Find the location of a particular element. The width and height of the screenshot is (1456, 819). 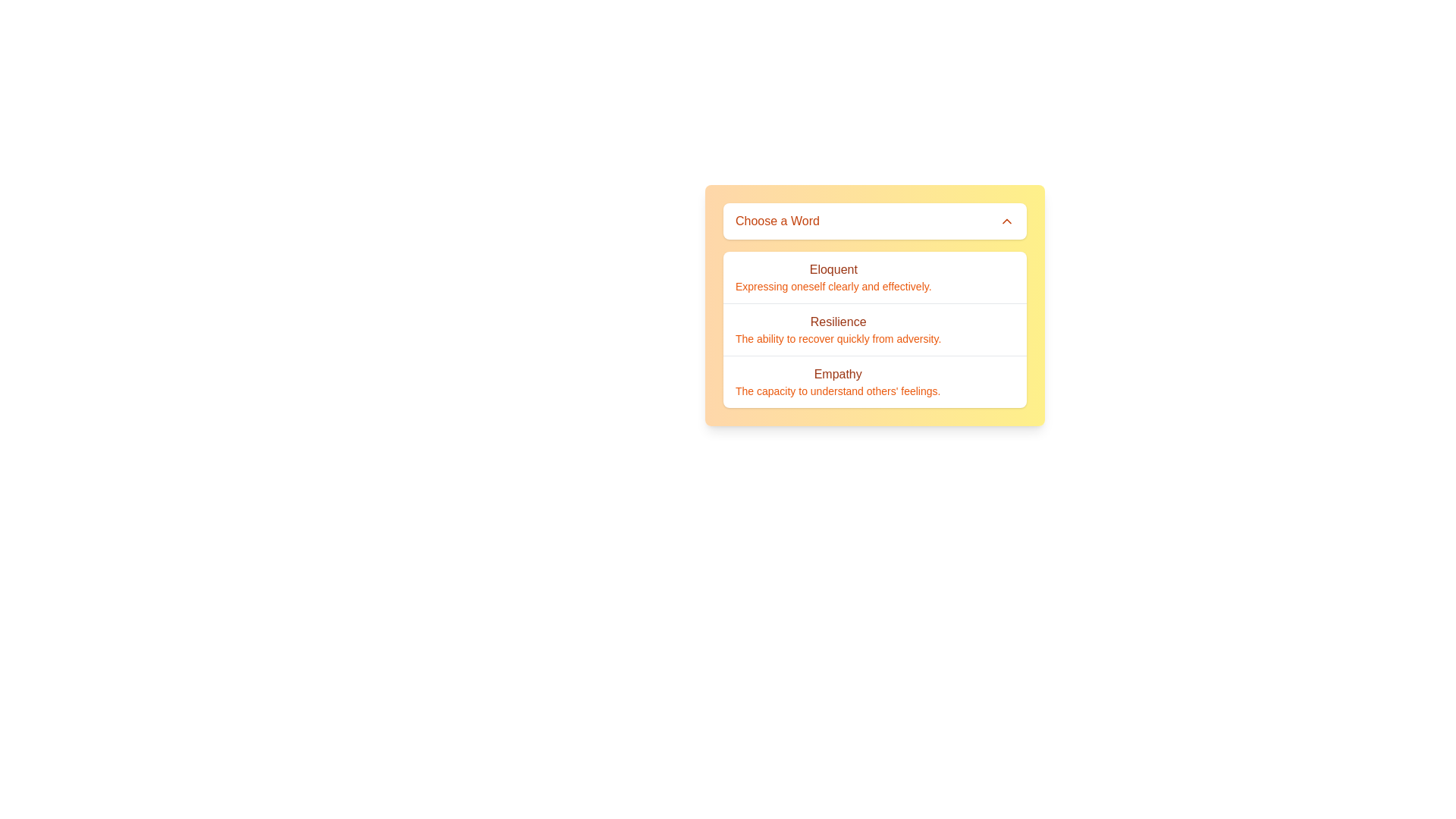

the text block displaying the title 'Resilience' in medium-weight orange-brown text, which is positioned centrally within the dropdown menu and is styled with a yellow gradient background is located at coordinates (837, 329).